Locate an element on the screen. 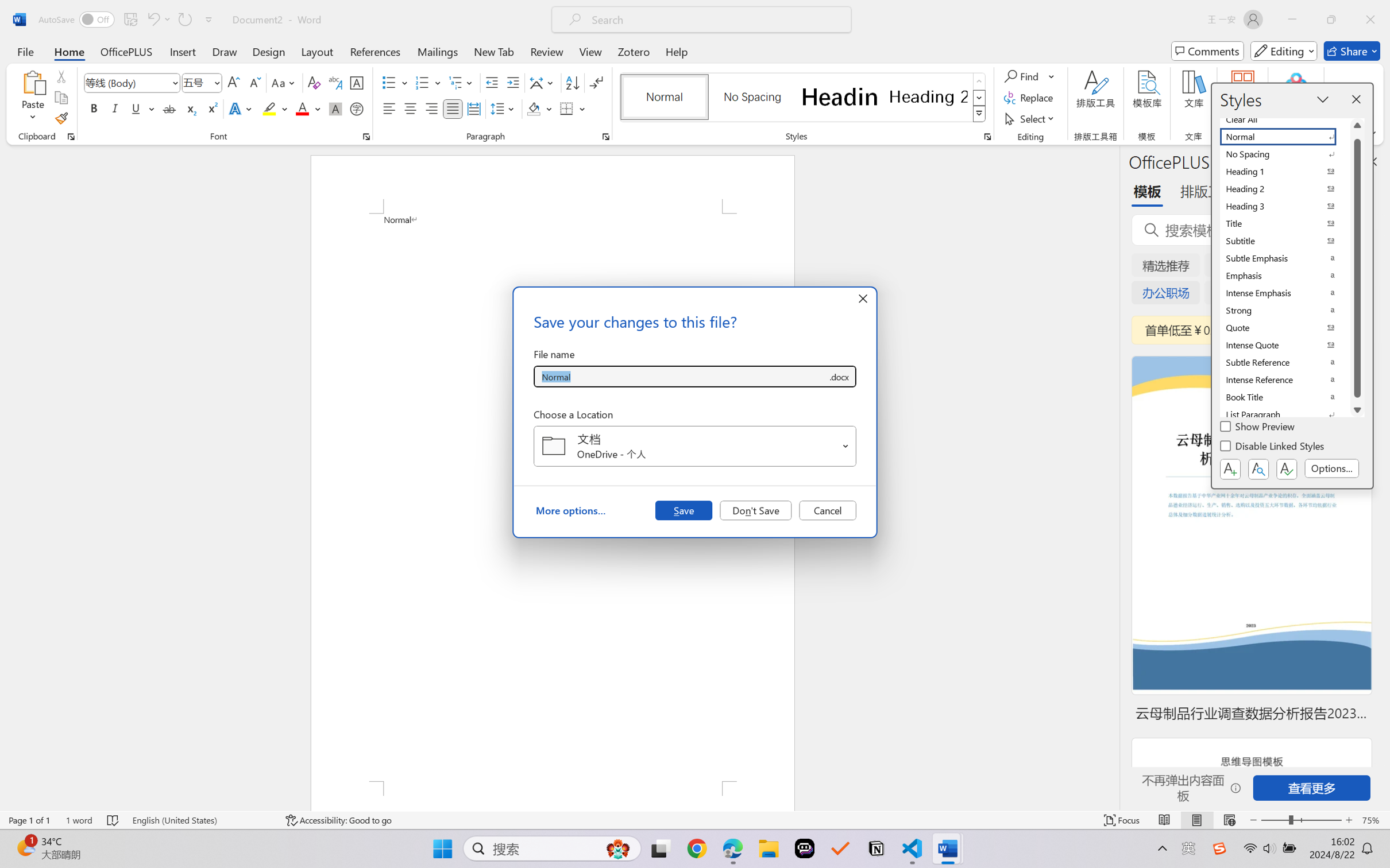 The height and width of the screenshot is (868, 1390). 'Don' is located at coordinates (755, 509).